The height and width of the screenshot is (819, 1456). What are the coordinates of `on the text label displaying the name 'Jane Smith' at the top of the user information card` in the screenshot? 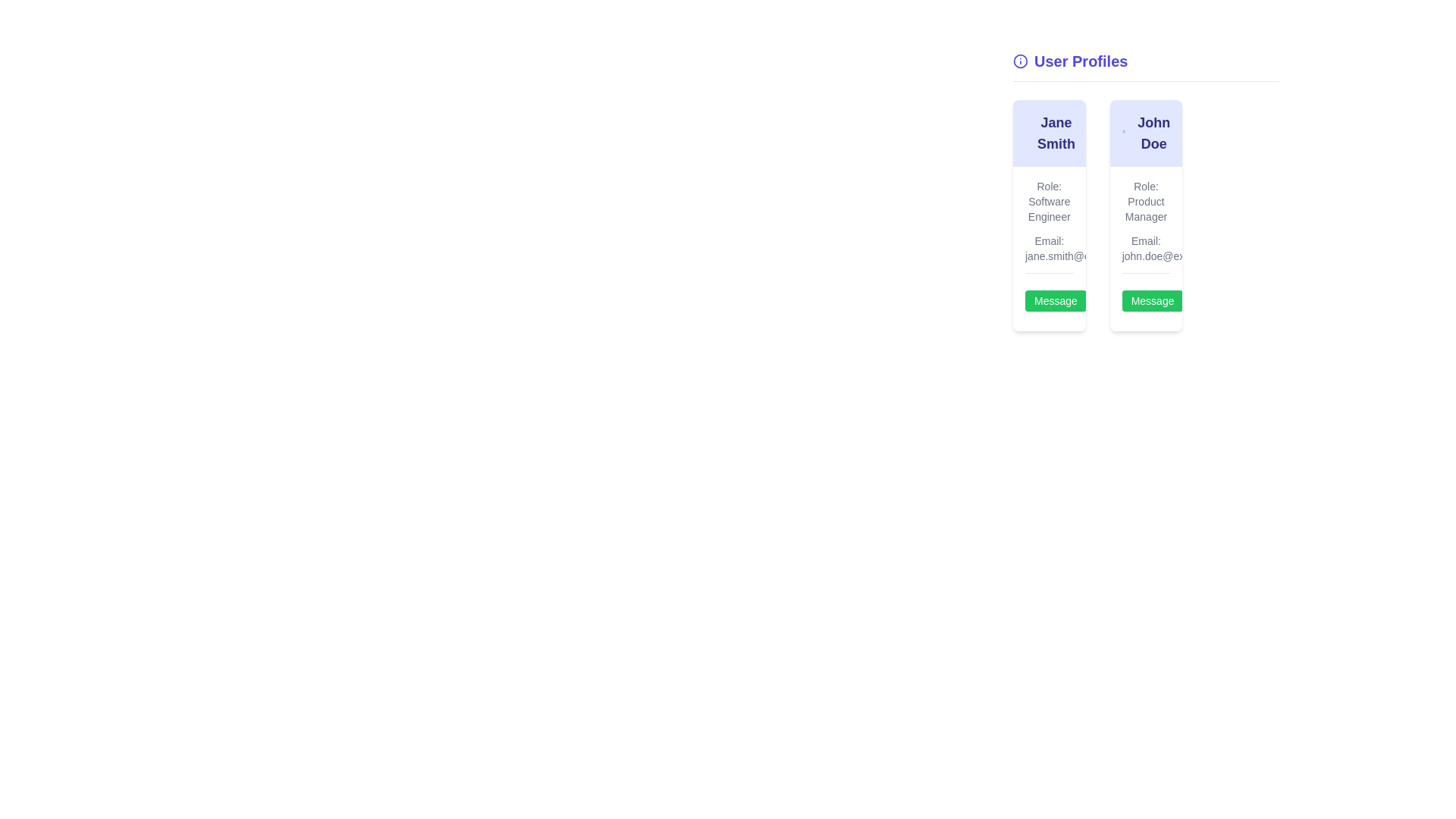 It's located at (1055, 133).